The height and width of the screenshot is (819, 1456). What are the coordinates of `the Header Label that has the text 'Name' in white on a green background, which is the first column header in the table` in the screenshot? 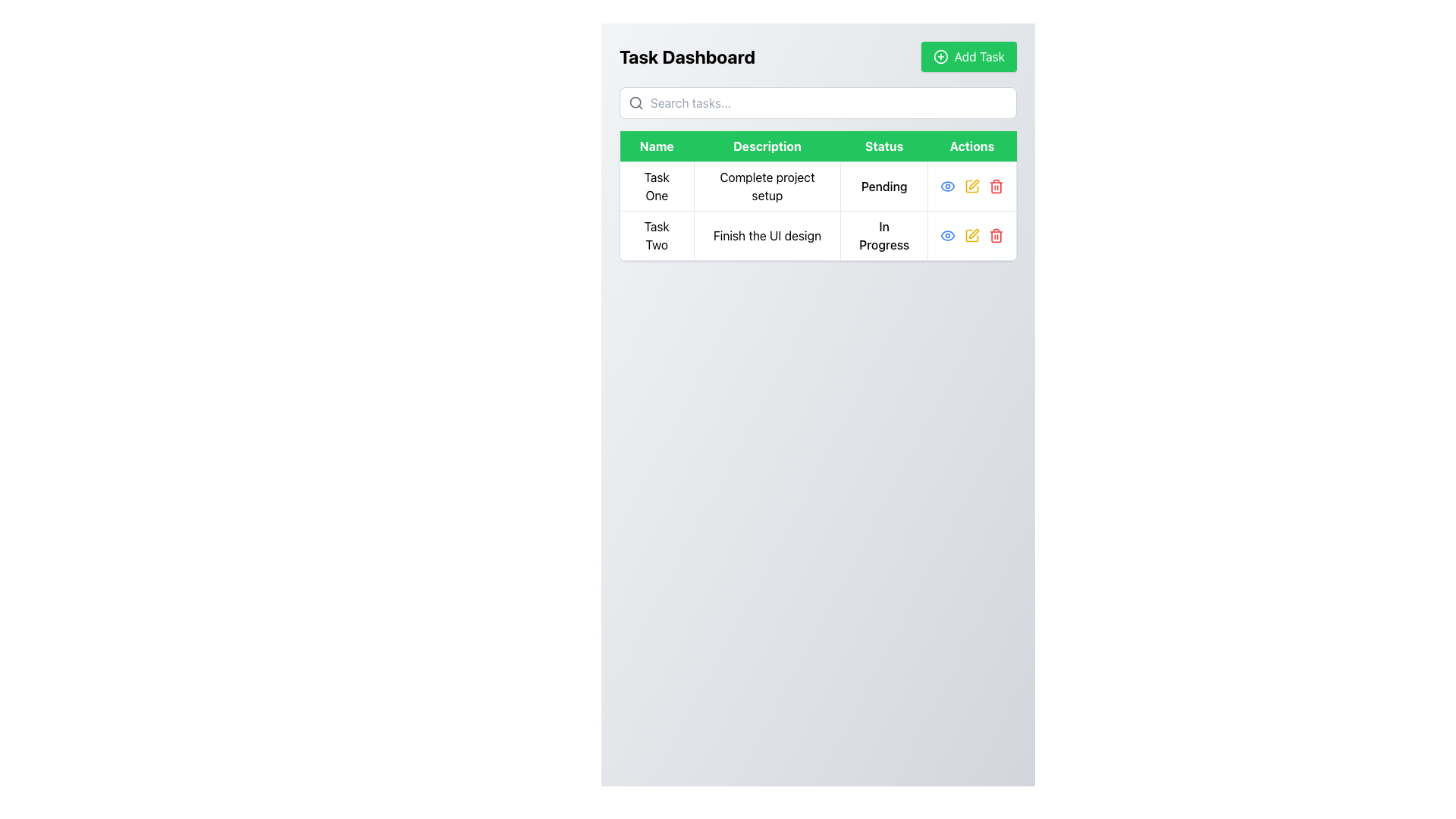 It's located at (657, 146).